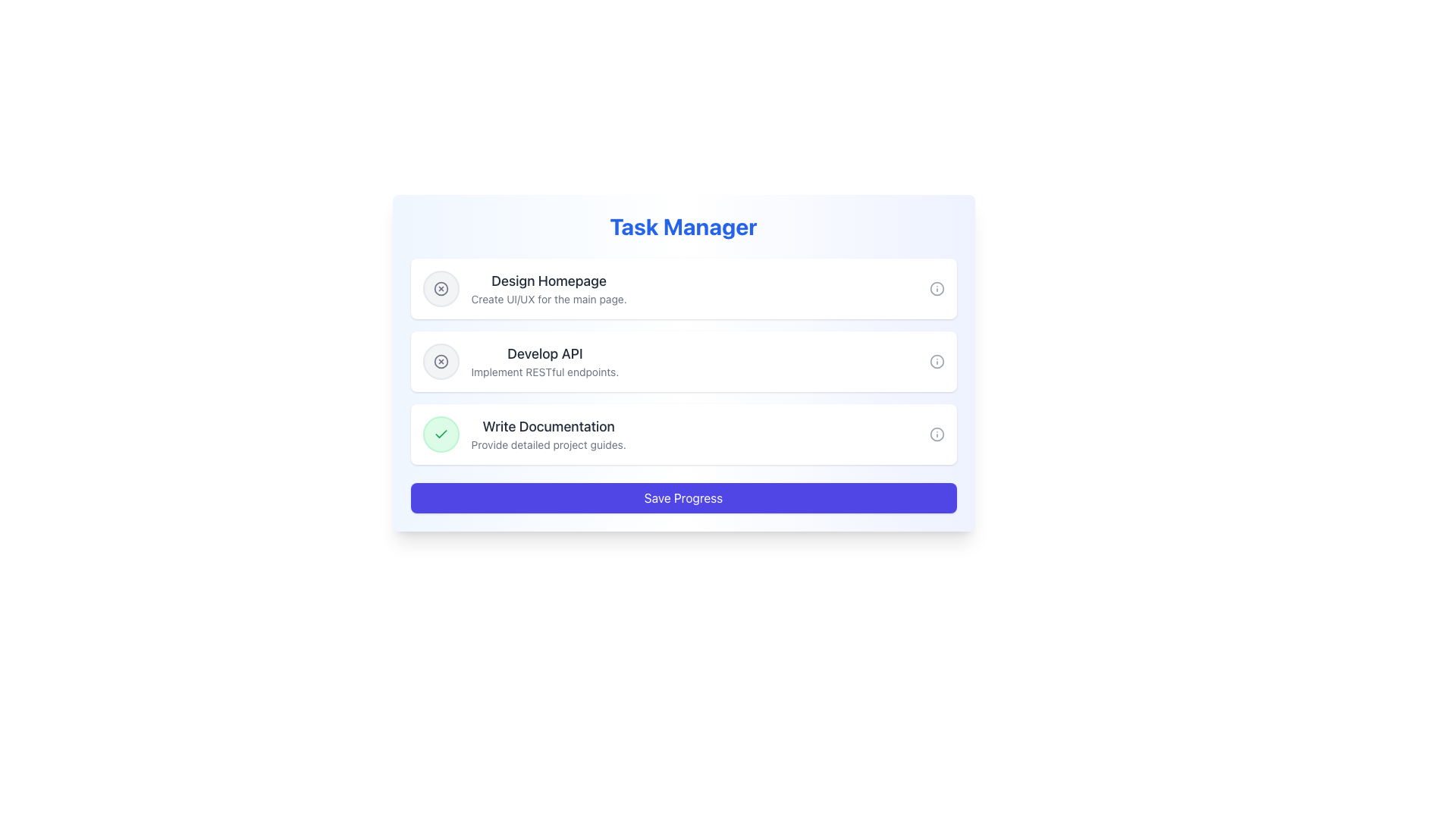 The image size is (1456, 819). What do you see at coordinates (548, 427) in the screenshot?
I see `the Text Label that states 'Write Documentation', which is styled in bold and large font, located above the description text of the third task` at bounding box center [548, 427].